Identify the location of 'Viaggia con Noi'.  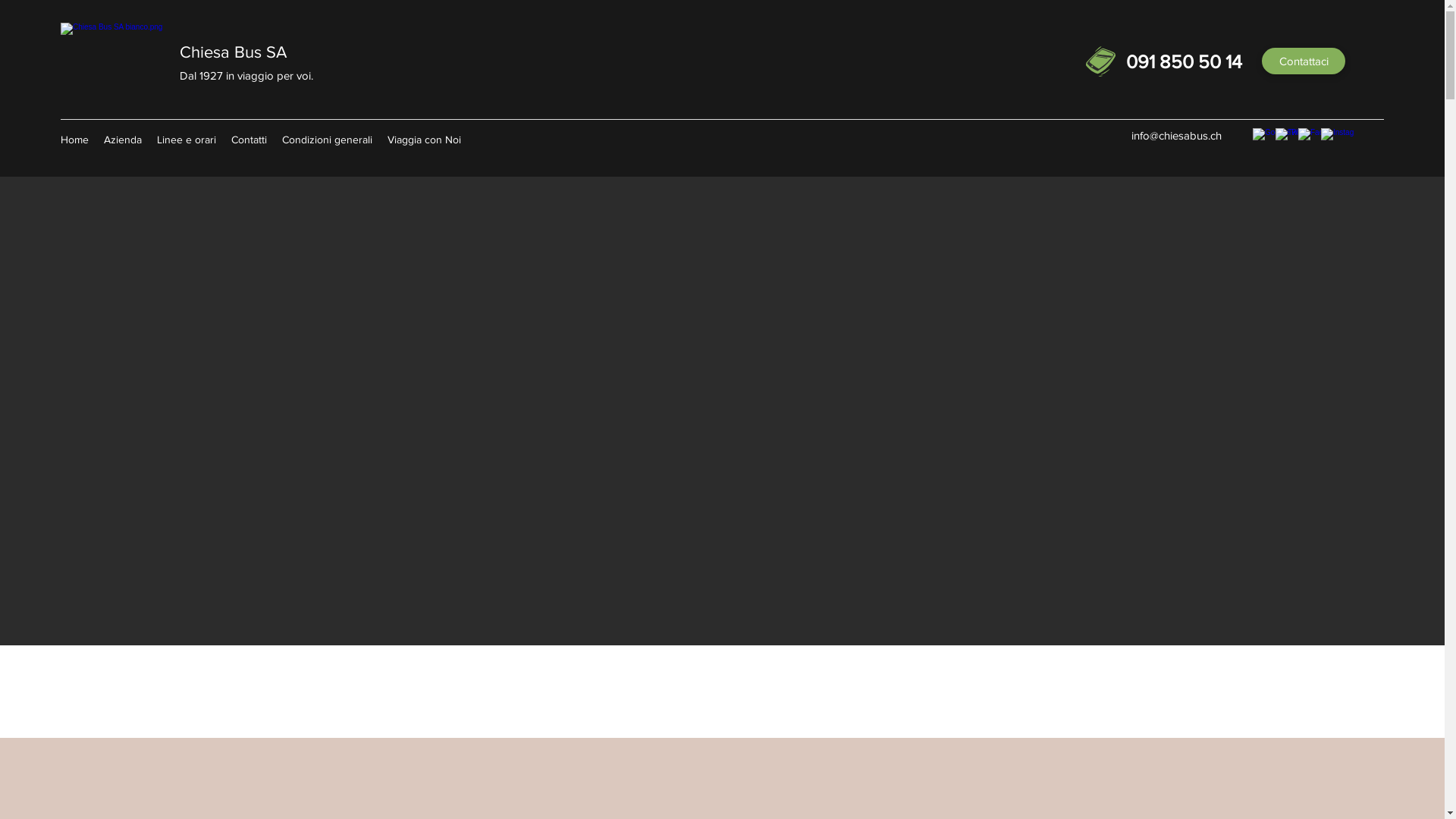
(424, 140).